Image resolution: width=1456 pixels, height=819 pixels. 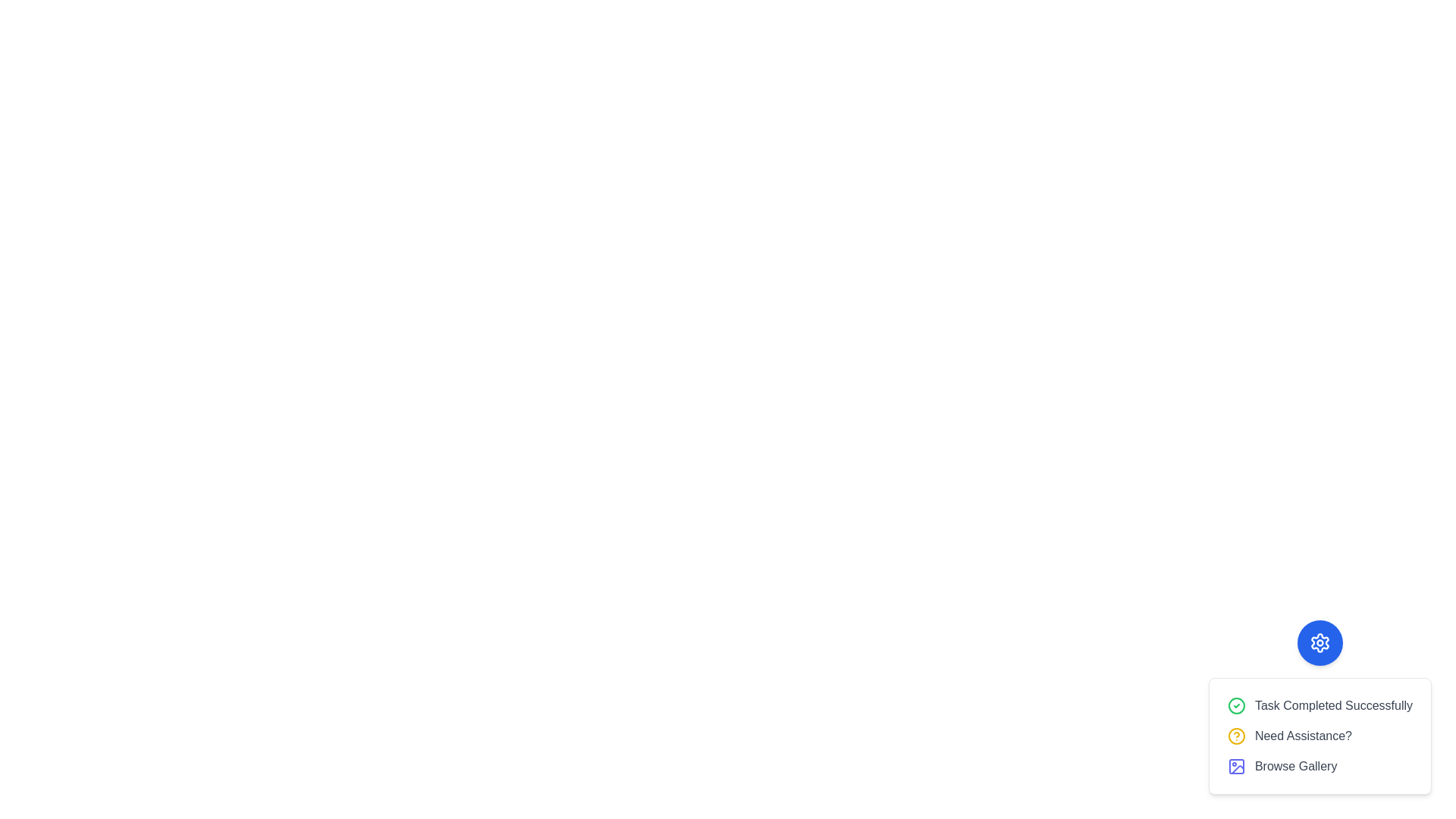 I want to click on the yellow circular graphic element in the bottom-right section of the interface, which is part of an icon-like structure in the SVG representation, so click(x=1236, y=736).